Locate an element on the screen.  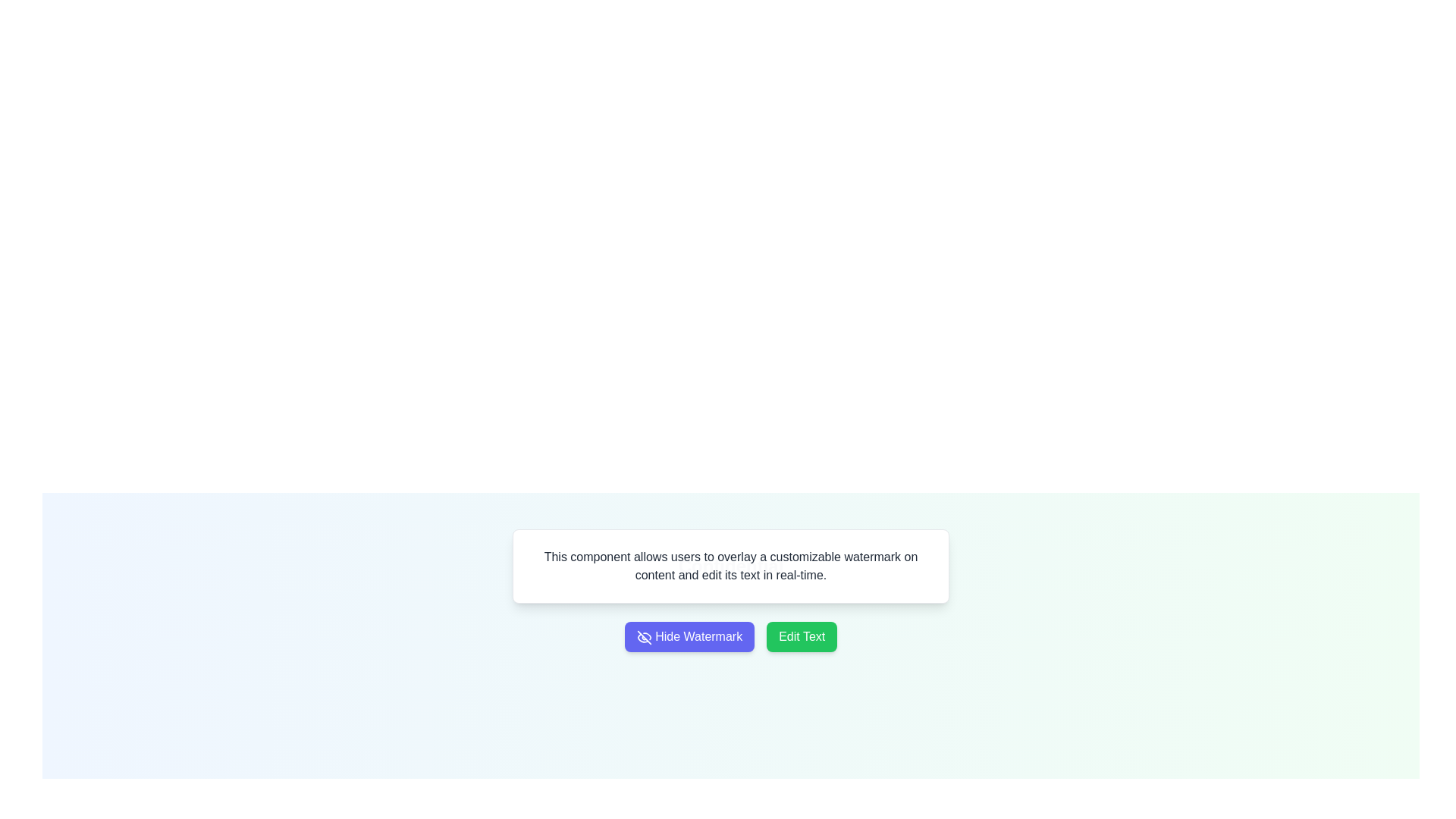
the two adjacent buttons: 'Hide Watermark' and 'Edit Text' is located at coordinates (731, 637).